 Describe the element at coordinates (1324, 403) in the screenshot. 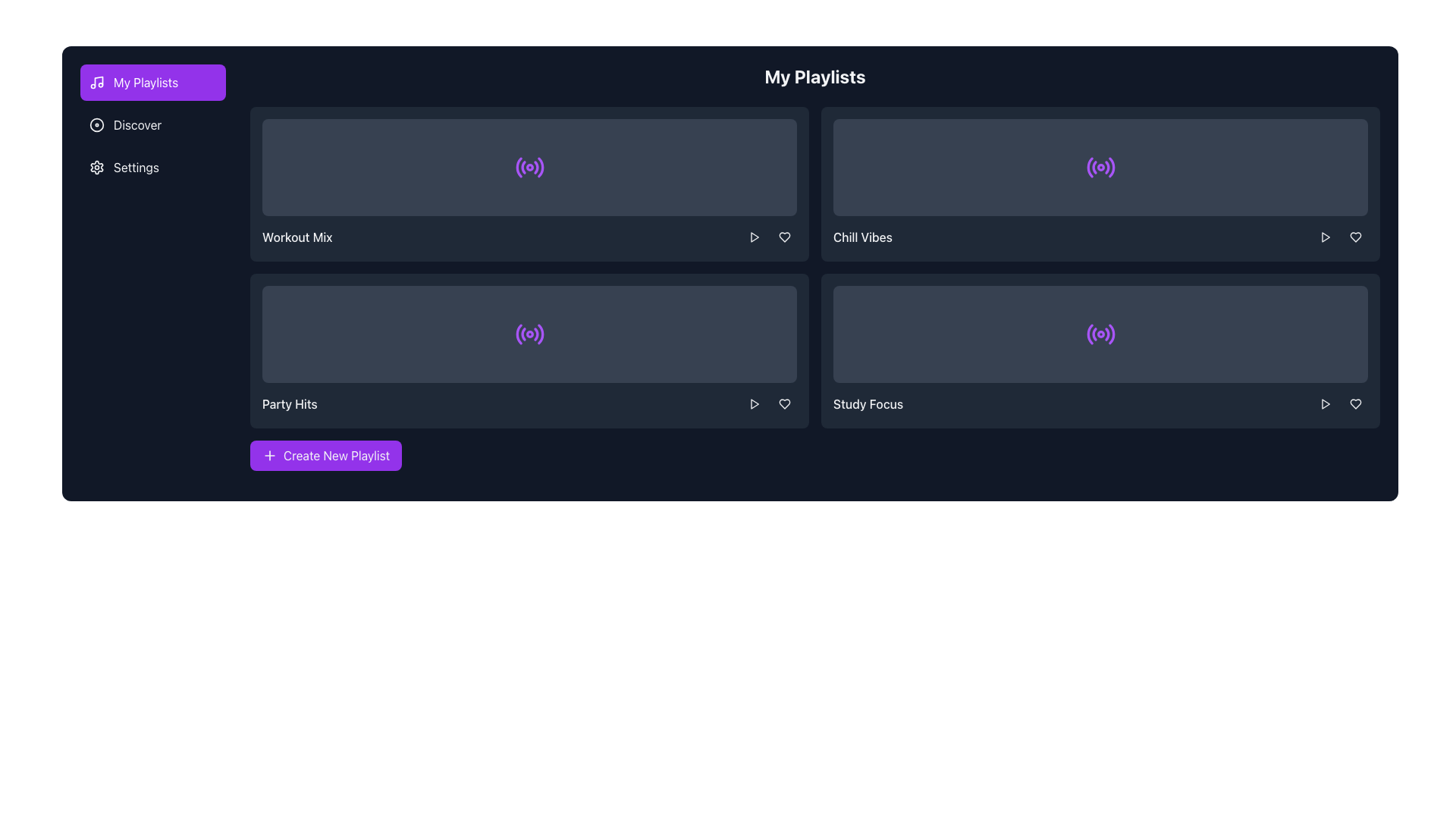

I see `the circular play button located at the bottom-right of the 'Study Focus' playlist card to play the associated media` at that location.